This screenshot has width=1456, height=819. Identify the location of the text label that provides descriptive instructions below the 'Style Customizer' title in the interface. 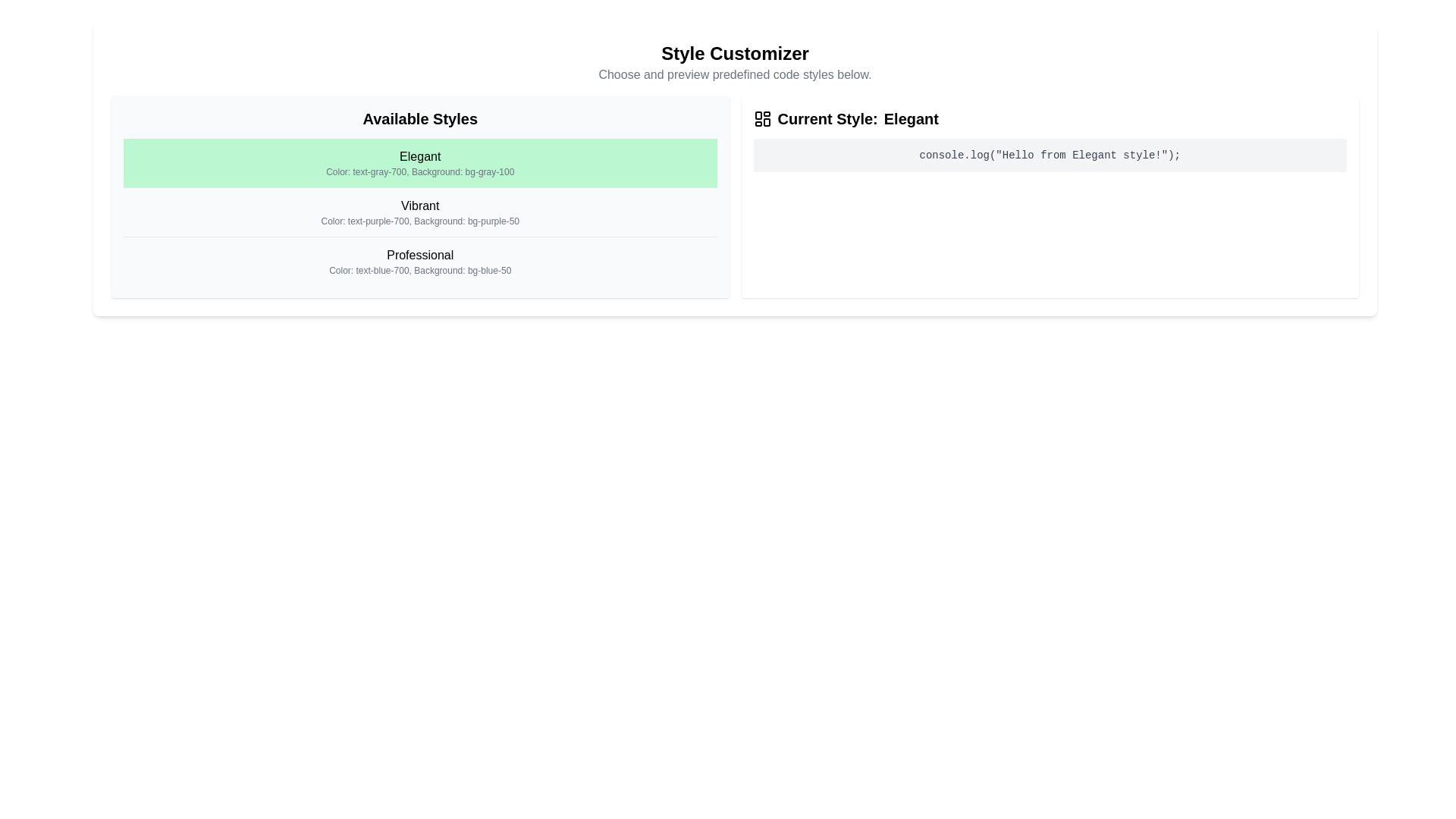
(735, 75).